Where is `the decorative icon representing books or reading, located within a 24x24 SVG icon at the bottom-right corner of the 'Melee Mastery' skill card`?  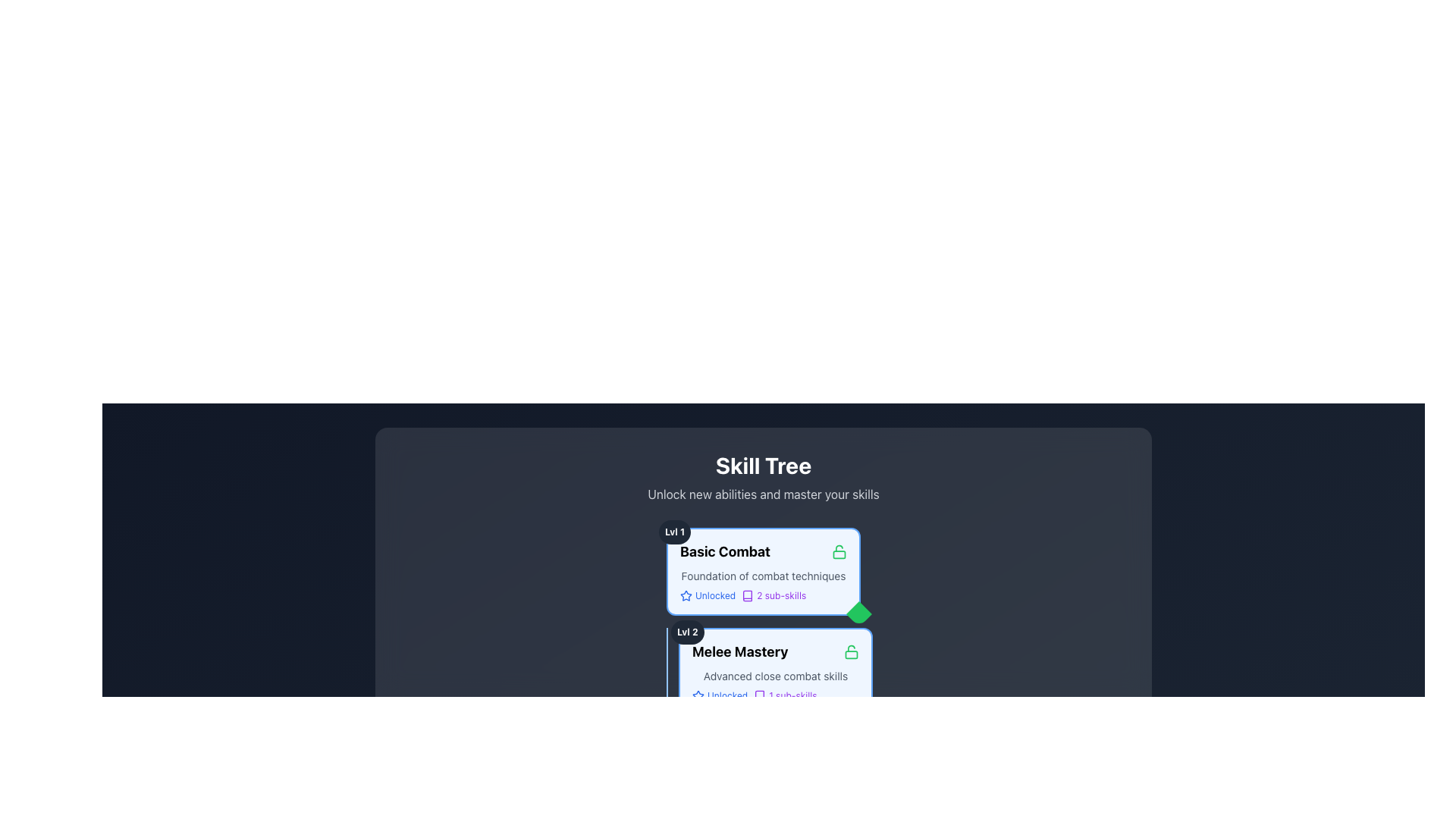 the decorative icon representing books or reading, located within a 24x24 SVG icon at the bottom-right corner of the 'Melee Mastery' skill card is located at coordinates (760, 696).